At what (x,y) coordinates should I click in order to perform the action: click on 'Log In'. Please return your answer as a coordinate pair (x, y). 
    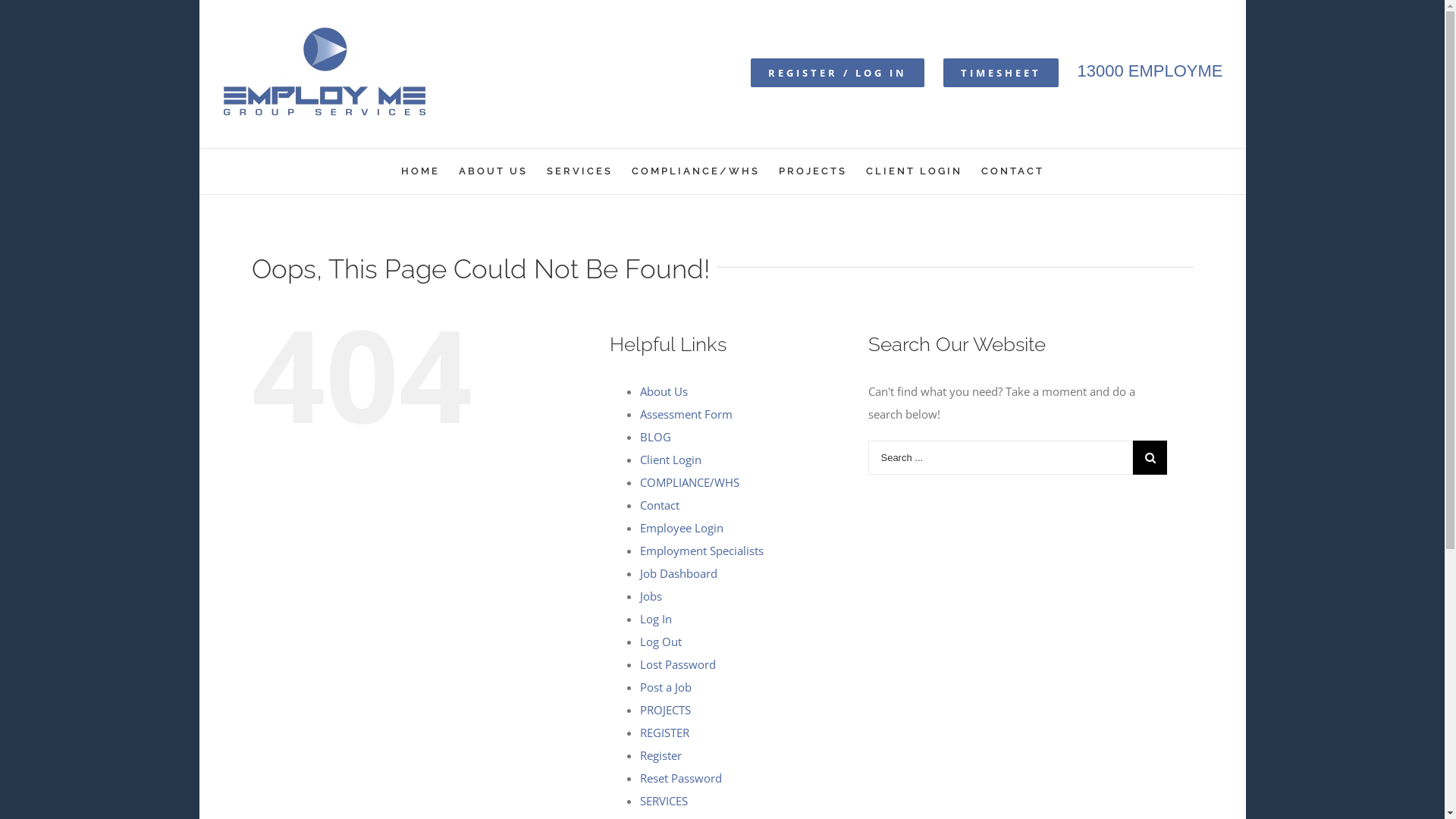
    Looking at the image, I should click on (655, 619).